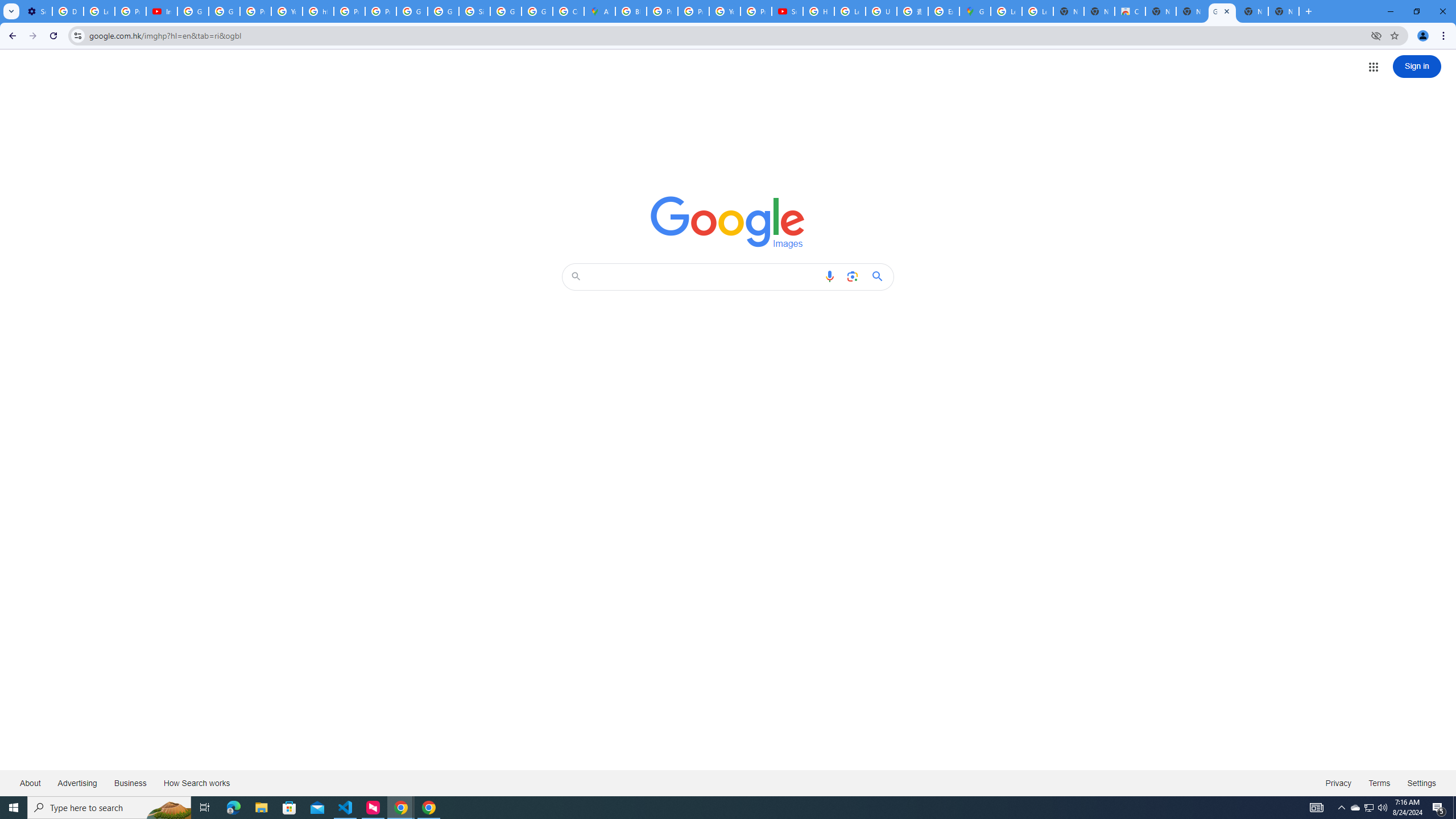 Image resolution: width=1456 pixels, height=819 pixels. I want to click on 'Settings - Customize profile', so click(36, 11).